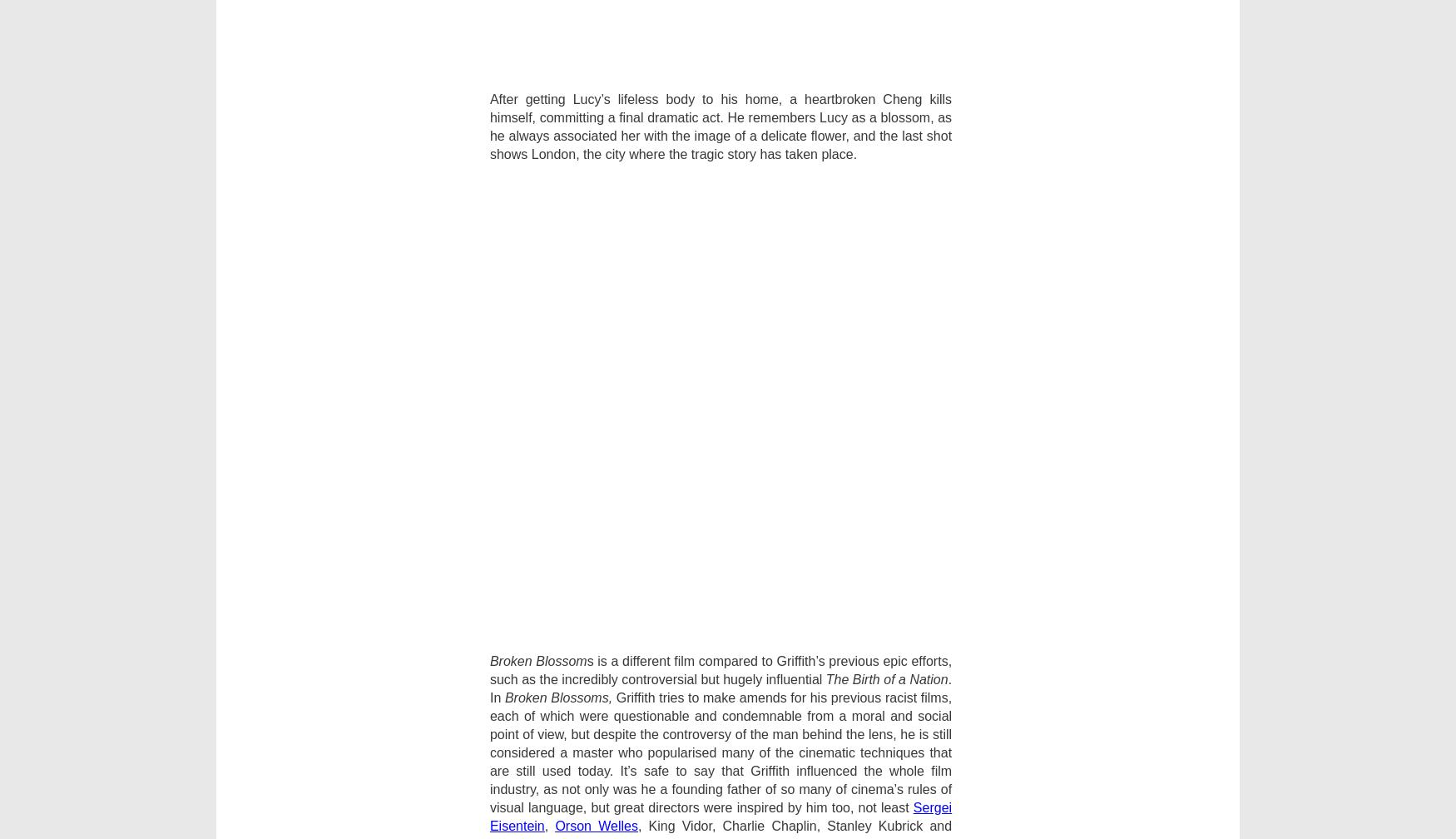 The height and width of the screenshot is (839, 1456). What do you see at coordinates (508, 493) in the screenshot?
I see `'Our Team'` at bounding box center [508, 493].